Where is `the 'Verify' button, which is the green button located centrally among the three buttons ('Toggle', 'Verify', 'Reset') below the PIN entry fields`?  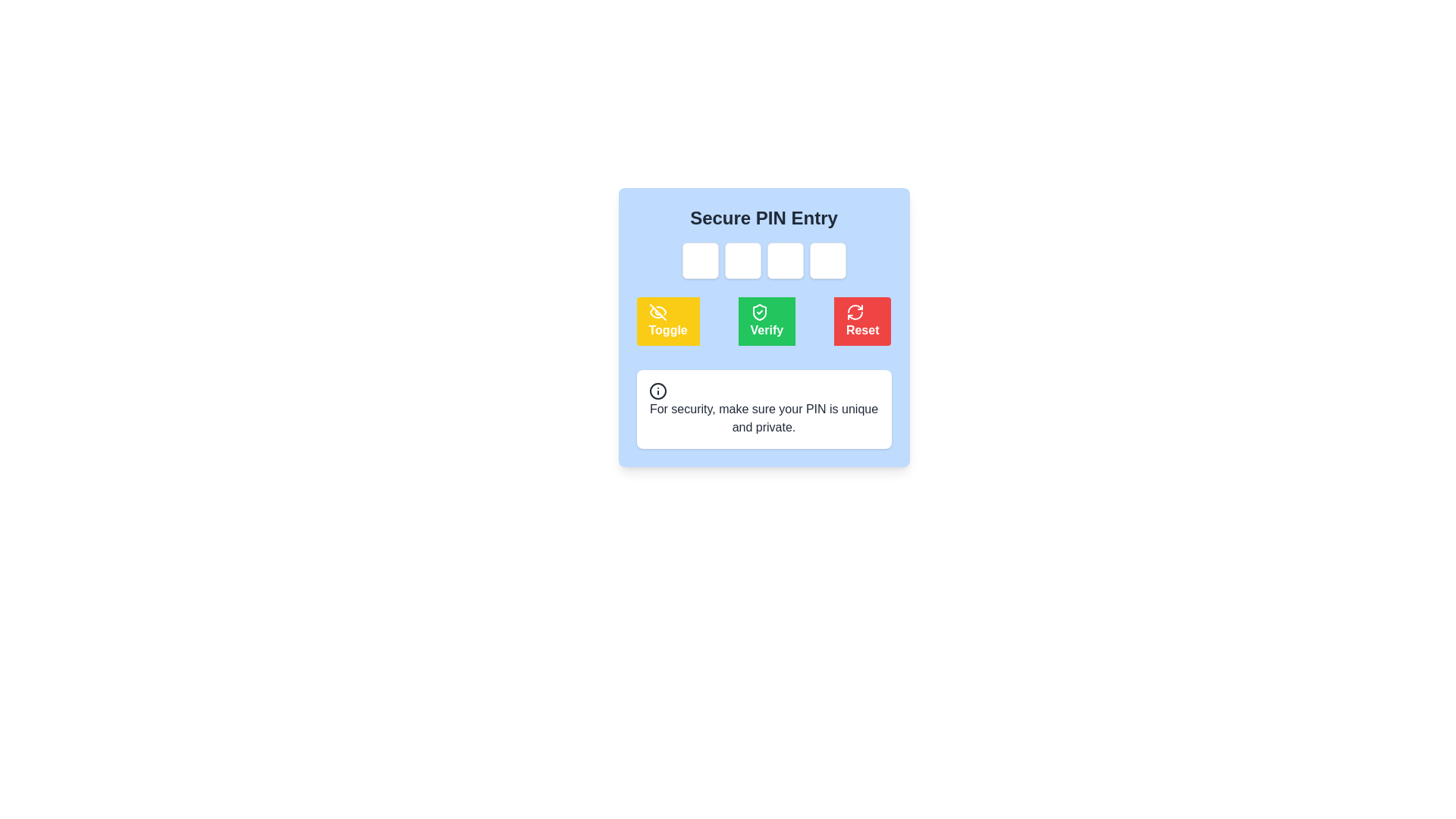
the 'Verify' button, which is the green button located centrally among the three buttons ('Toggle', 'Verify', 'Reset') below the PIN entry fields is located at coordinates (764, 321).